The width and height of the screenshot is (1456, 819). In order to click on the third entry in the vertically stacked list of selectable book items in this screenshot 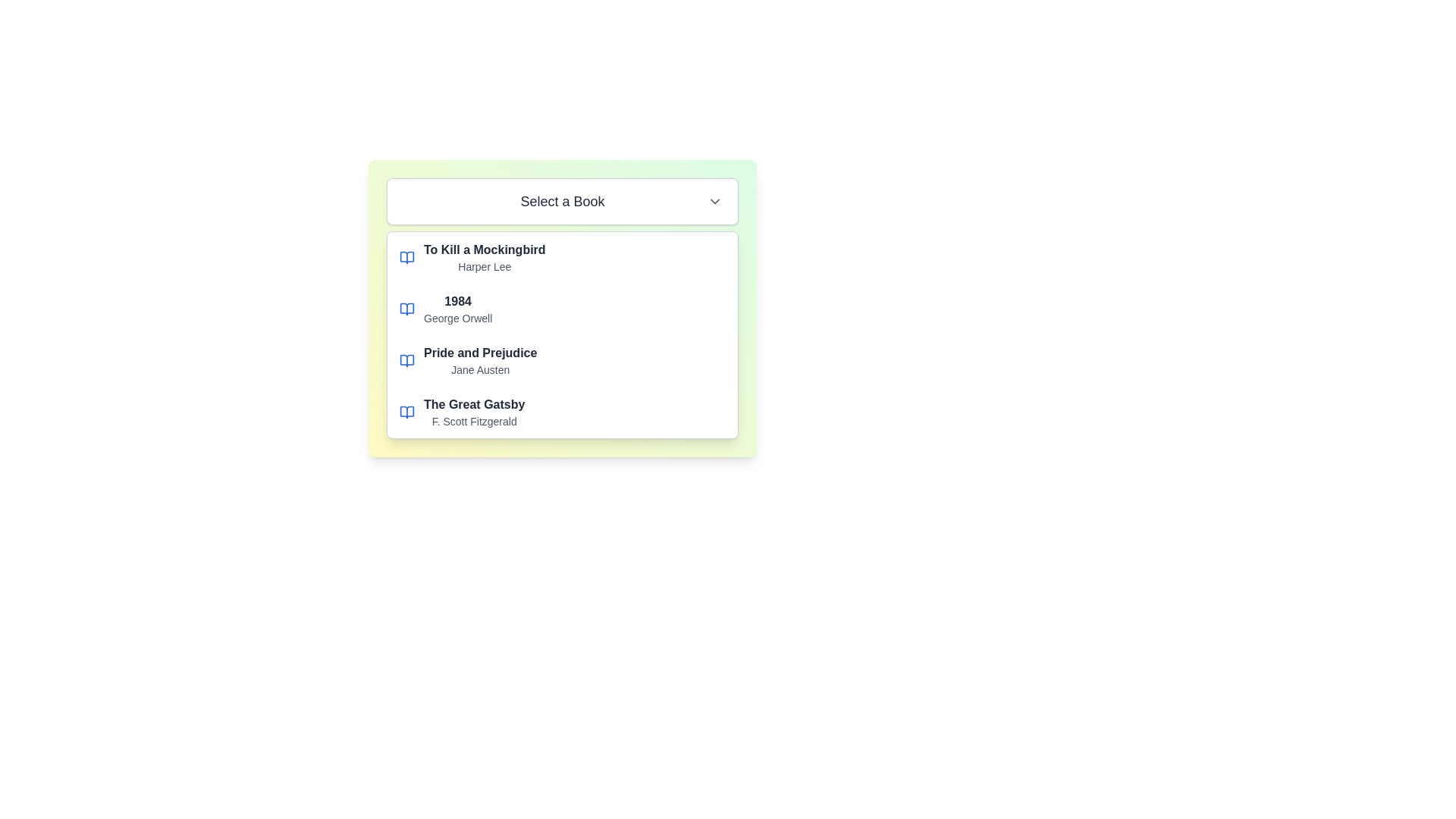, I will do `click(562, 360)`.